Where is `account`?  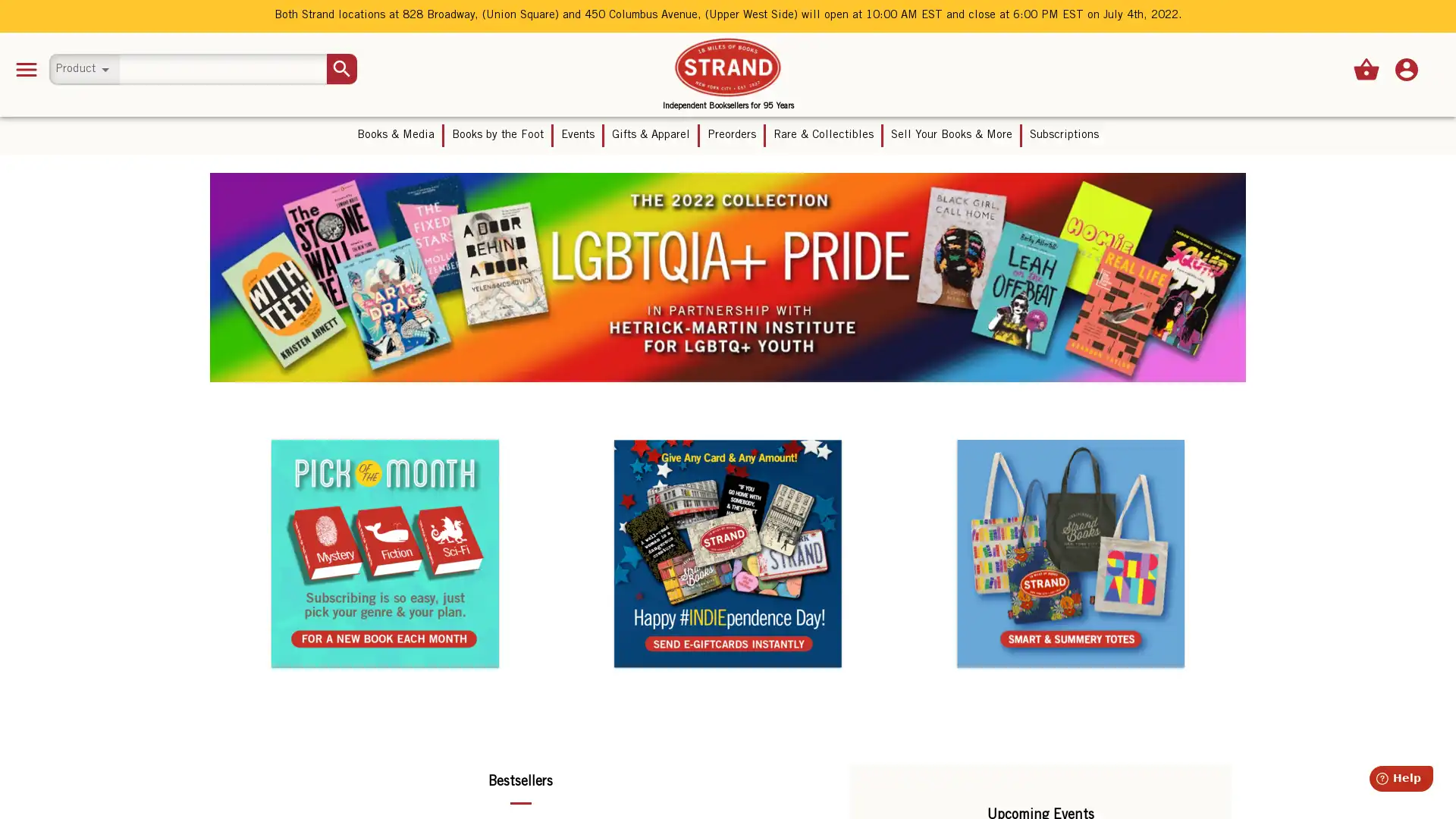 account is located at coordinates (1405, 69).